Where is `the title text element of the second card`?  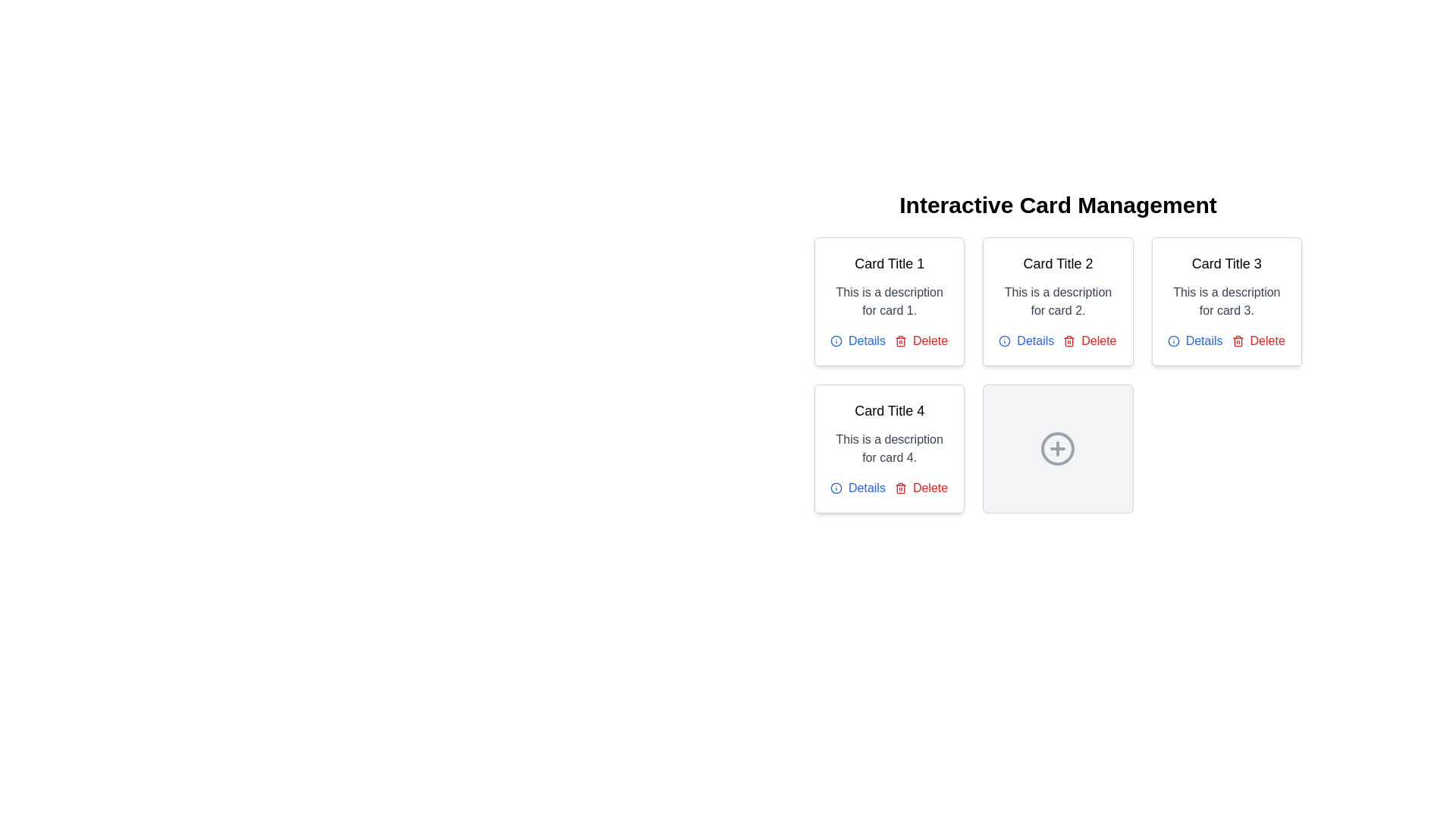 the title text element of the second card is located at coordinates (1057, 262).